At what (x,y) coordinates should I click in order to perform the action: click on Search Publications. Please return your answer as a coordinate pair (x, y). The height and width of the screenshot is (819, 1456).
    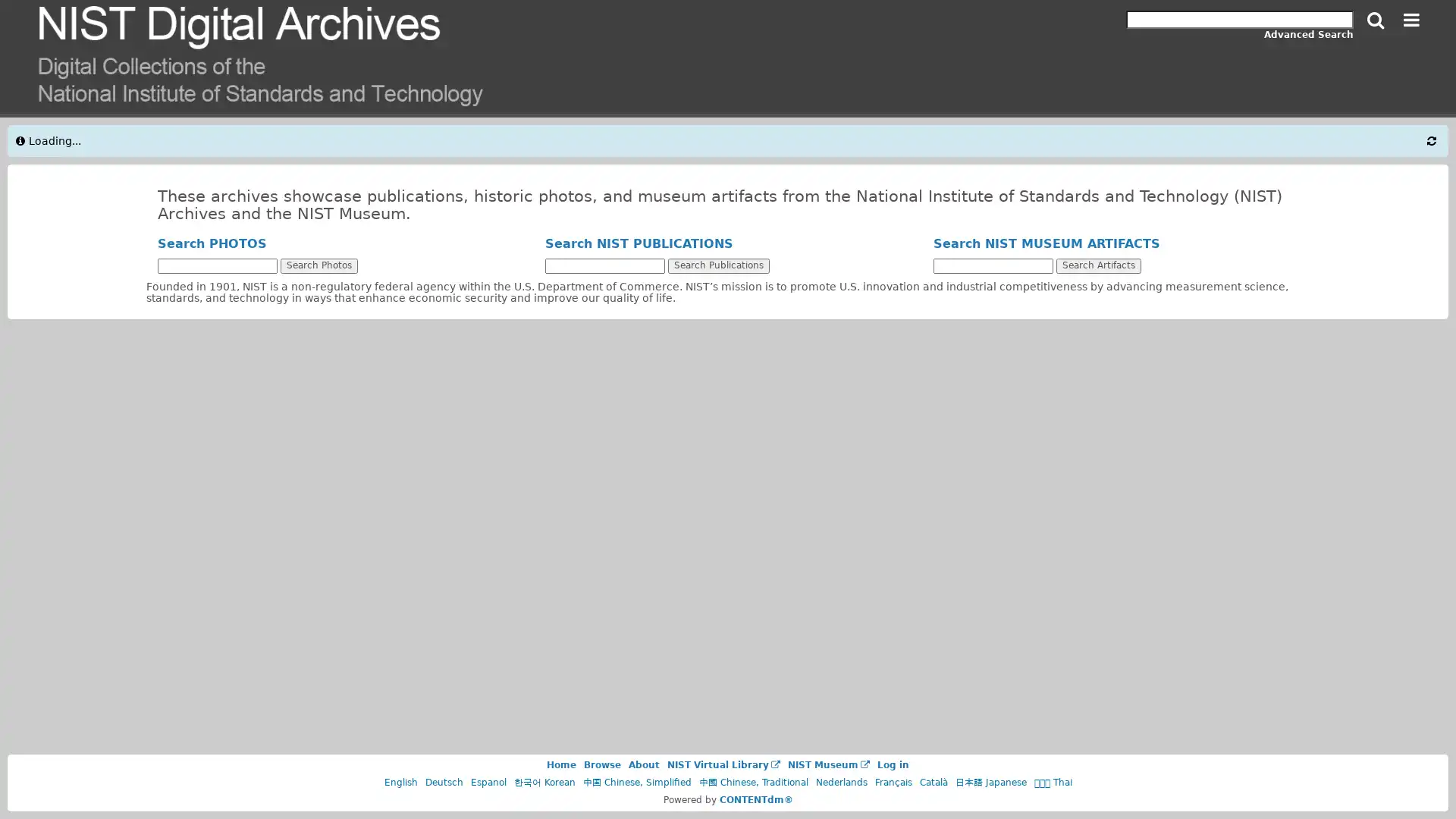
    Looking at the image, I should click on (718, 225).